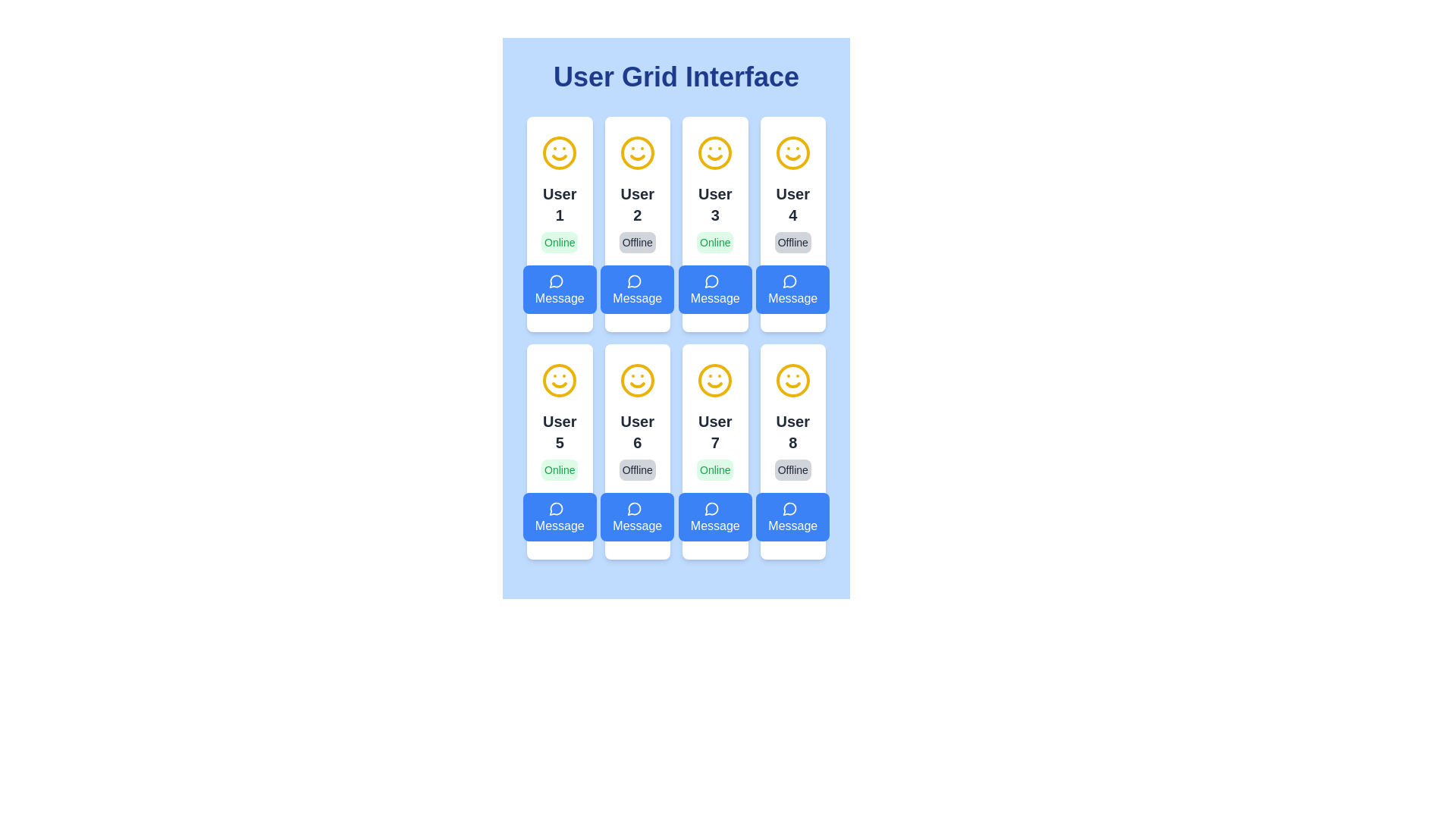 The height and width of the screenshot is (819, 1456). Describe the element at coordinates (637, 451) in the screenshot. I see `the Interactive user card or profile card located in the second row and second column of the grid, adjacent to 'User 5' on the left and 'User 7' on the right` at that location.